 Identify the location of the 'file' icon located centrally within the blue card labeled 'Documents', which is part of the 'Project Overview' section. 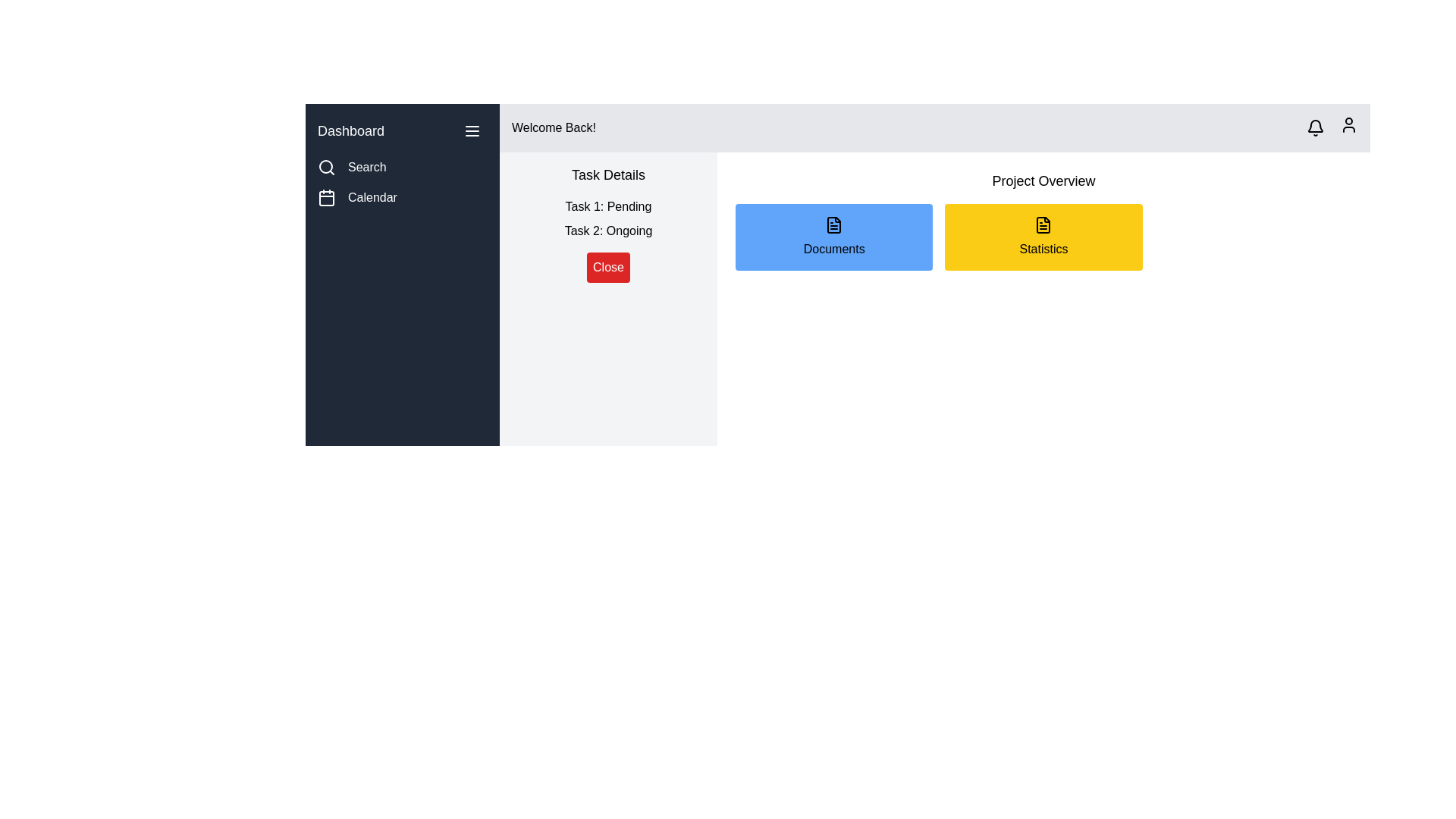
(833, 225).